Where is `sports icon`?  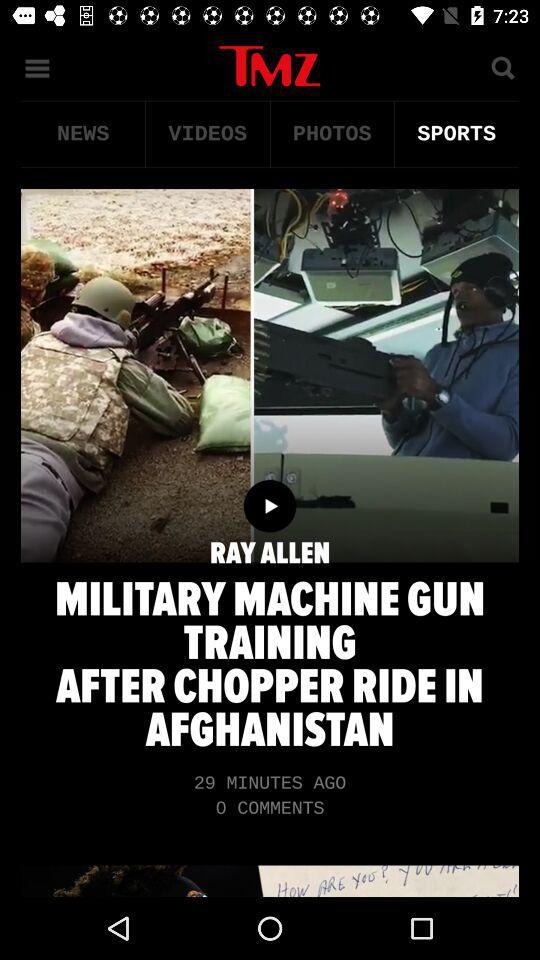 sports icon is located at coordinates (456, 133).